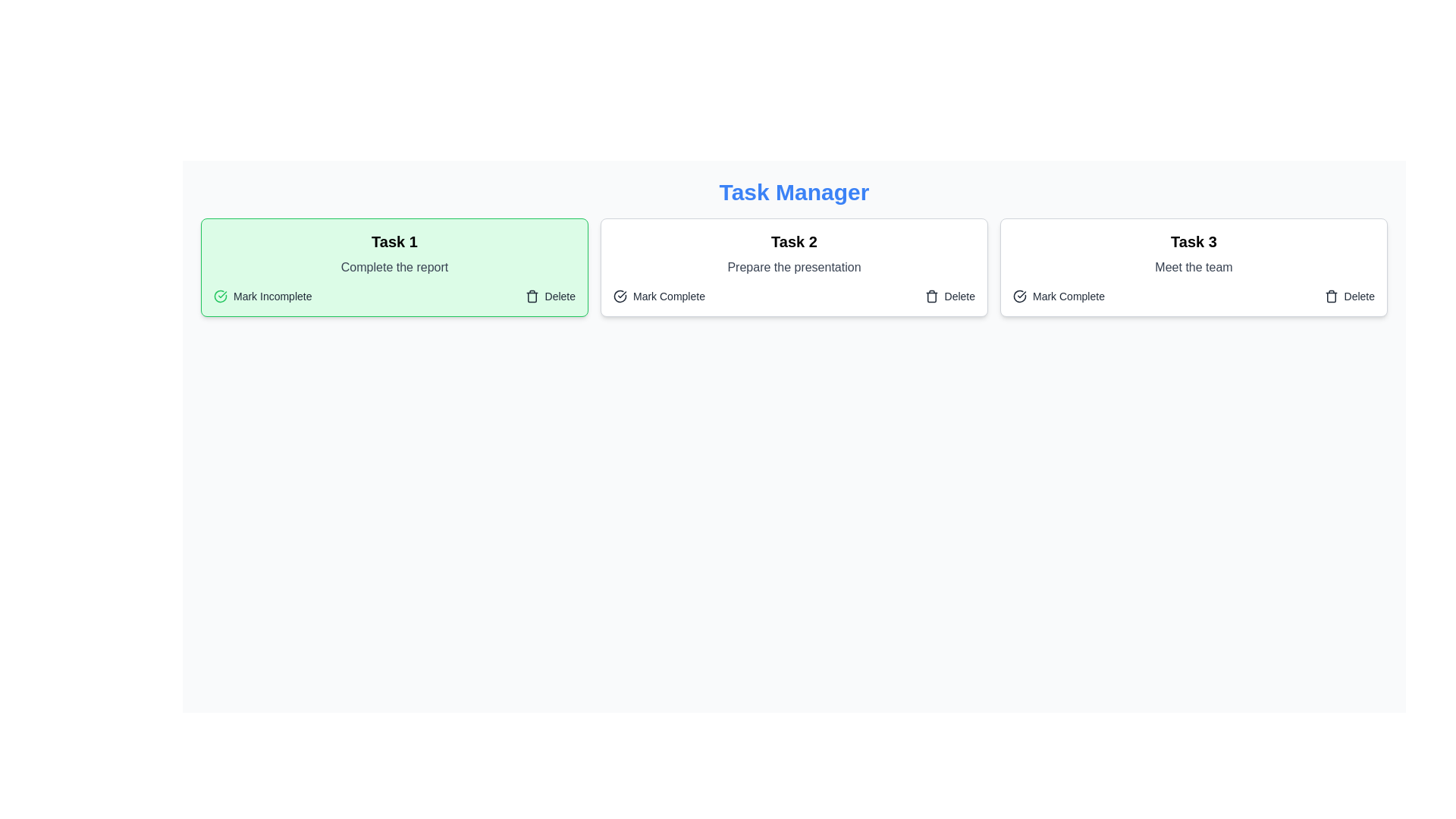 The height and width of the screenshot is (819, 1456). I want to click on the static text label that provides a description for 'Task 3', which is centrally located beneath the task title and above action links, so click(1193, 267).